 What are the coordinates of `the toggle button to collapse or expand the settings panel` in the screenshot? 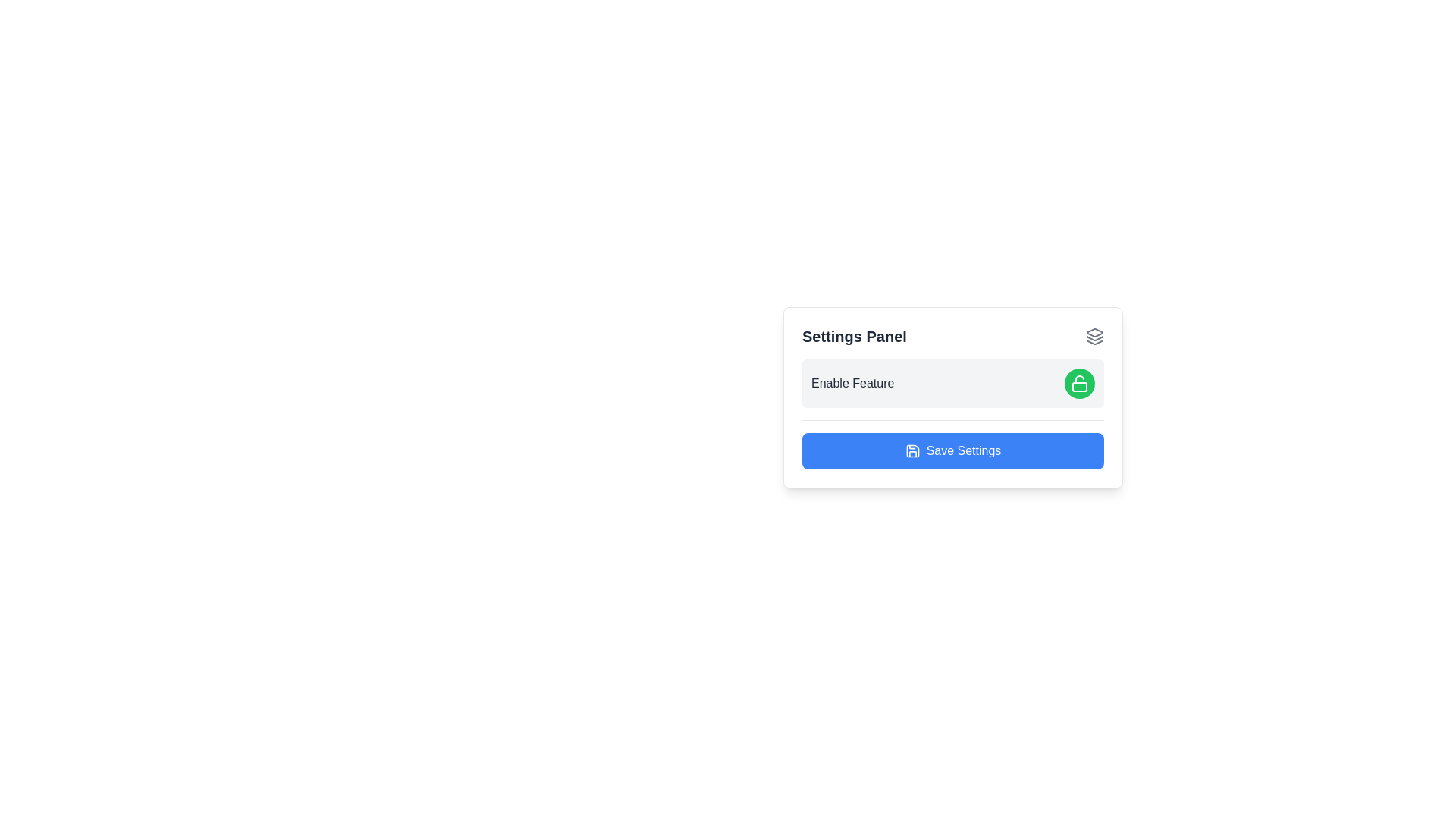 It's located at (1095, 335).